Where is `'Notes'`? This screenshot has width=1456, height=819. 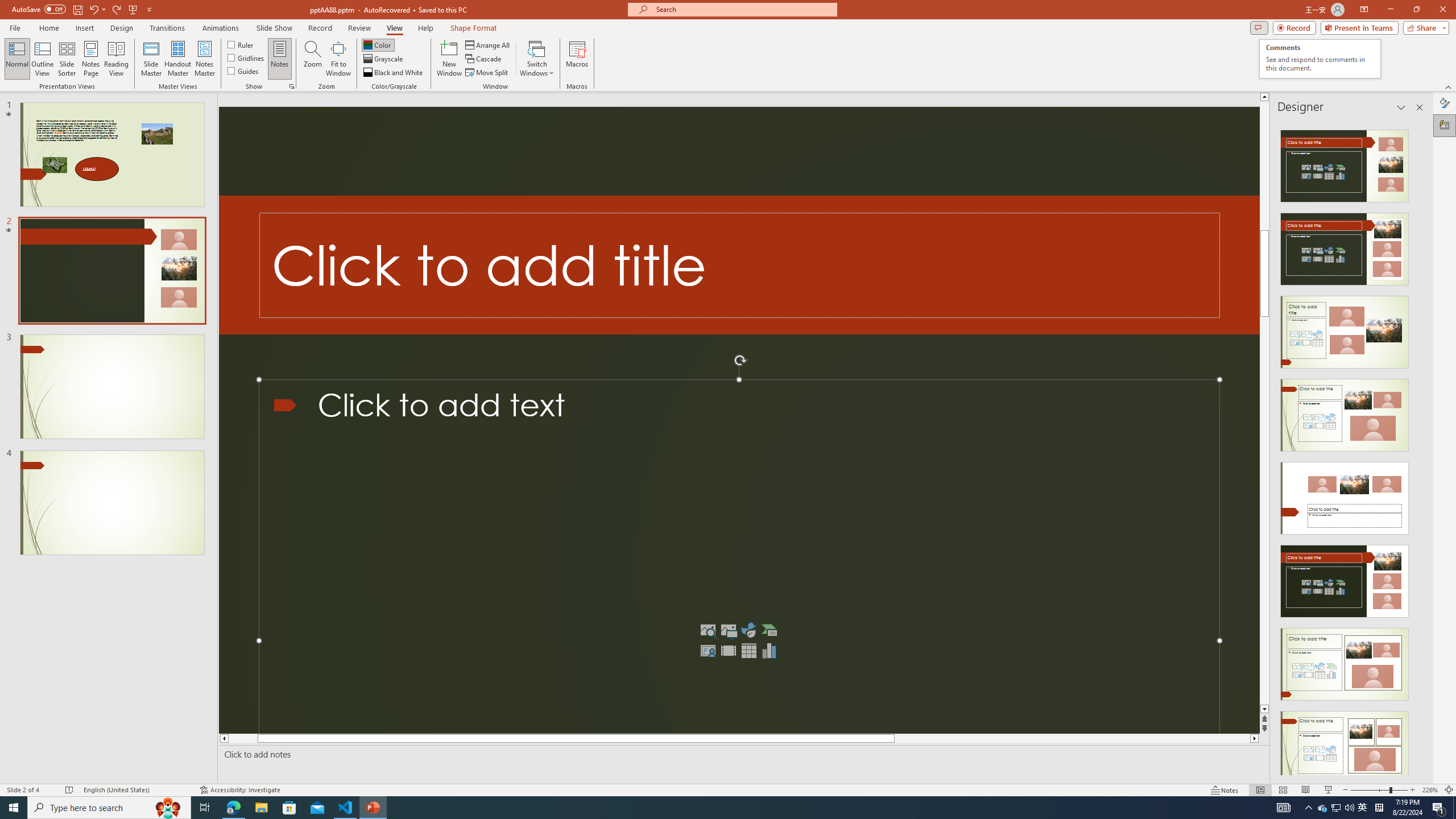 'Notes' is located at coordinates (279, 59).